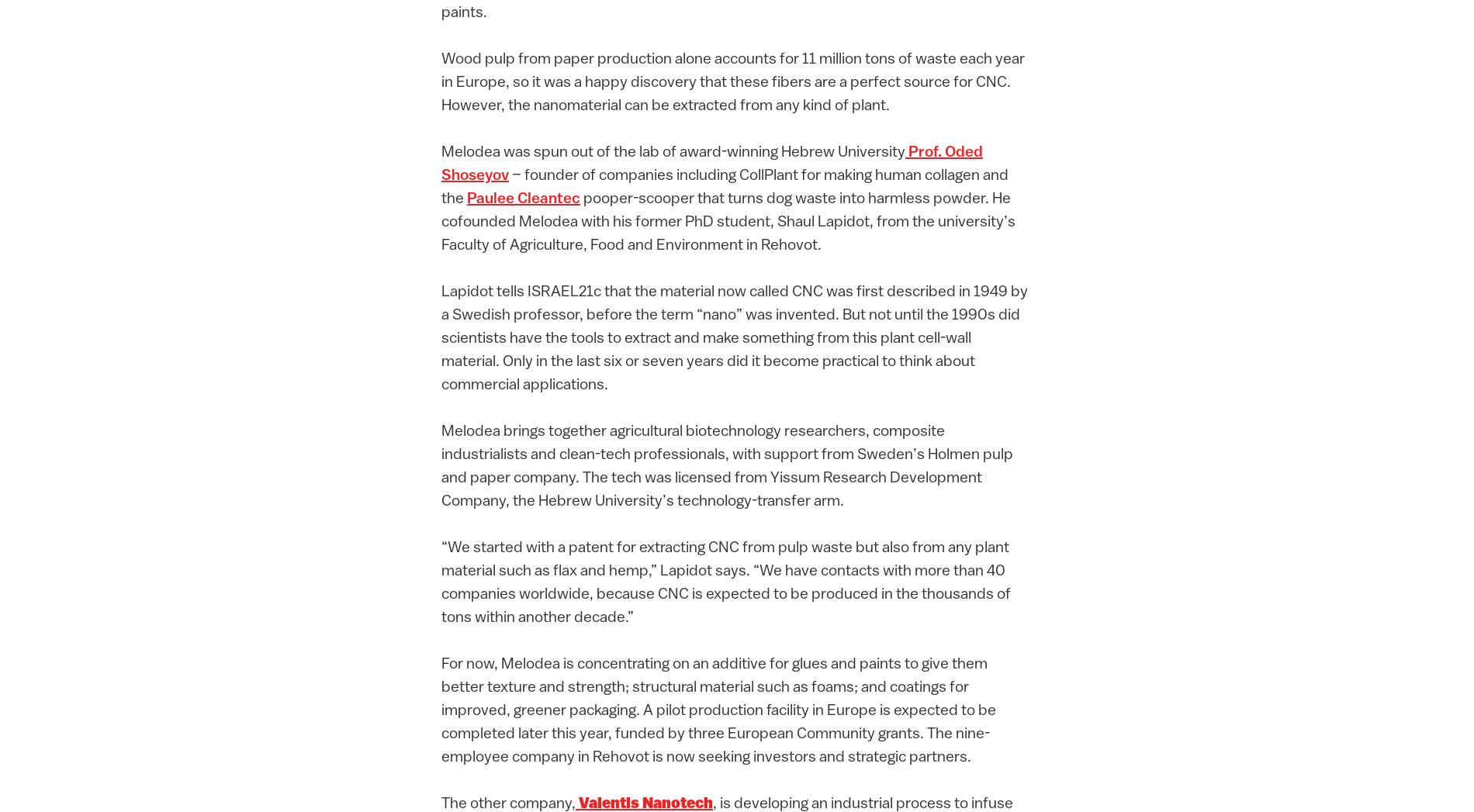  I want to click on 'Lapidot tells ISRAEL21c that the material now called CNC was first described in 1949 by a Swedish professor, before the term “nano” was invented. But not until the 1990s did scientists have the tools to extract and make something from this plant cell-wall  material. Only in the last six or seven years did it become practical to think about commercial applications.', so click(733, 339).